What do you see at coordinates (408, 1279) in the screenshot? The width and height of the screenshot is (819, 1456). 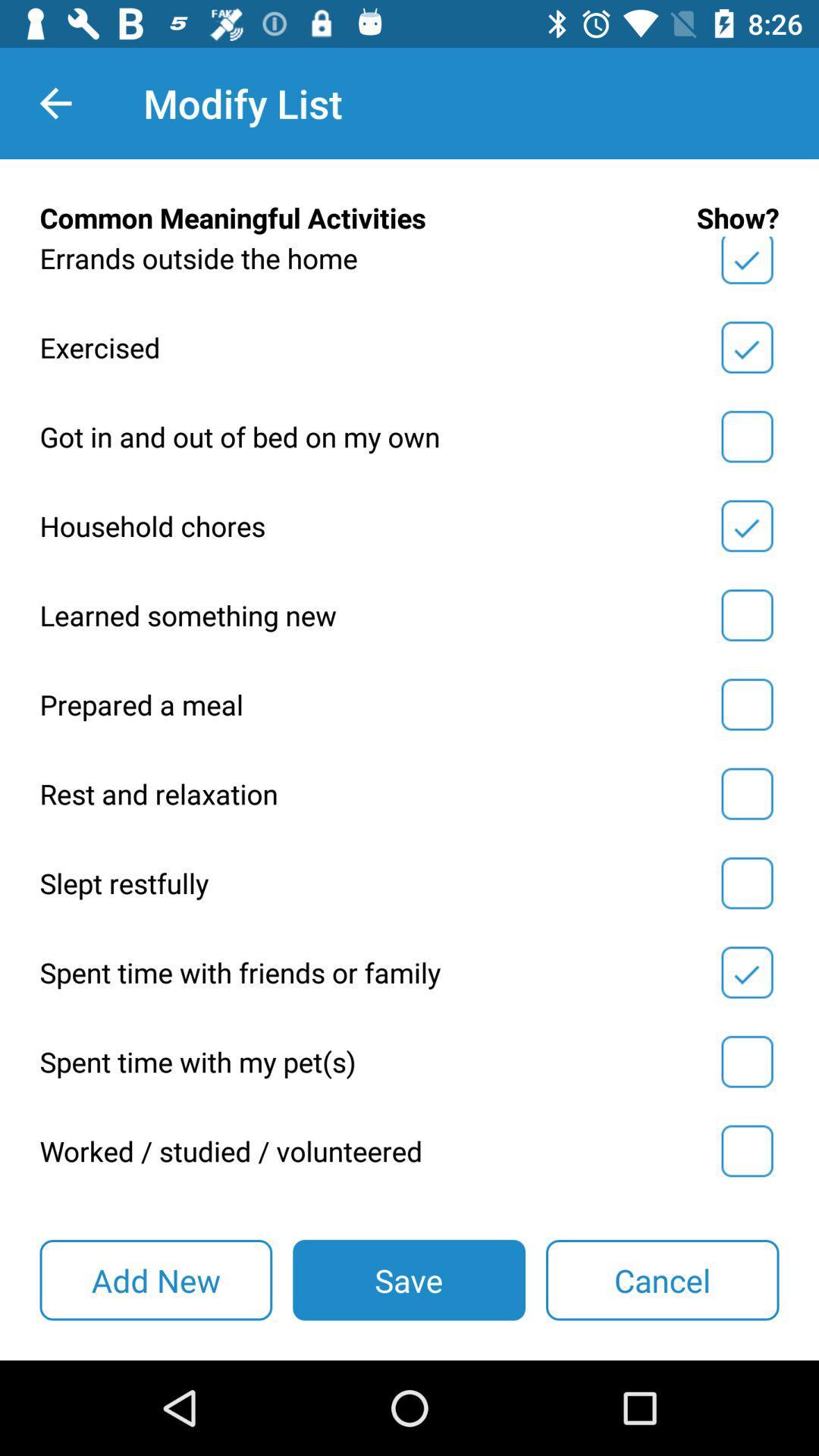 I see `save item` at bounding box center [408, 1279].